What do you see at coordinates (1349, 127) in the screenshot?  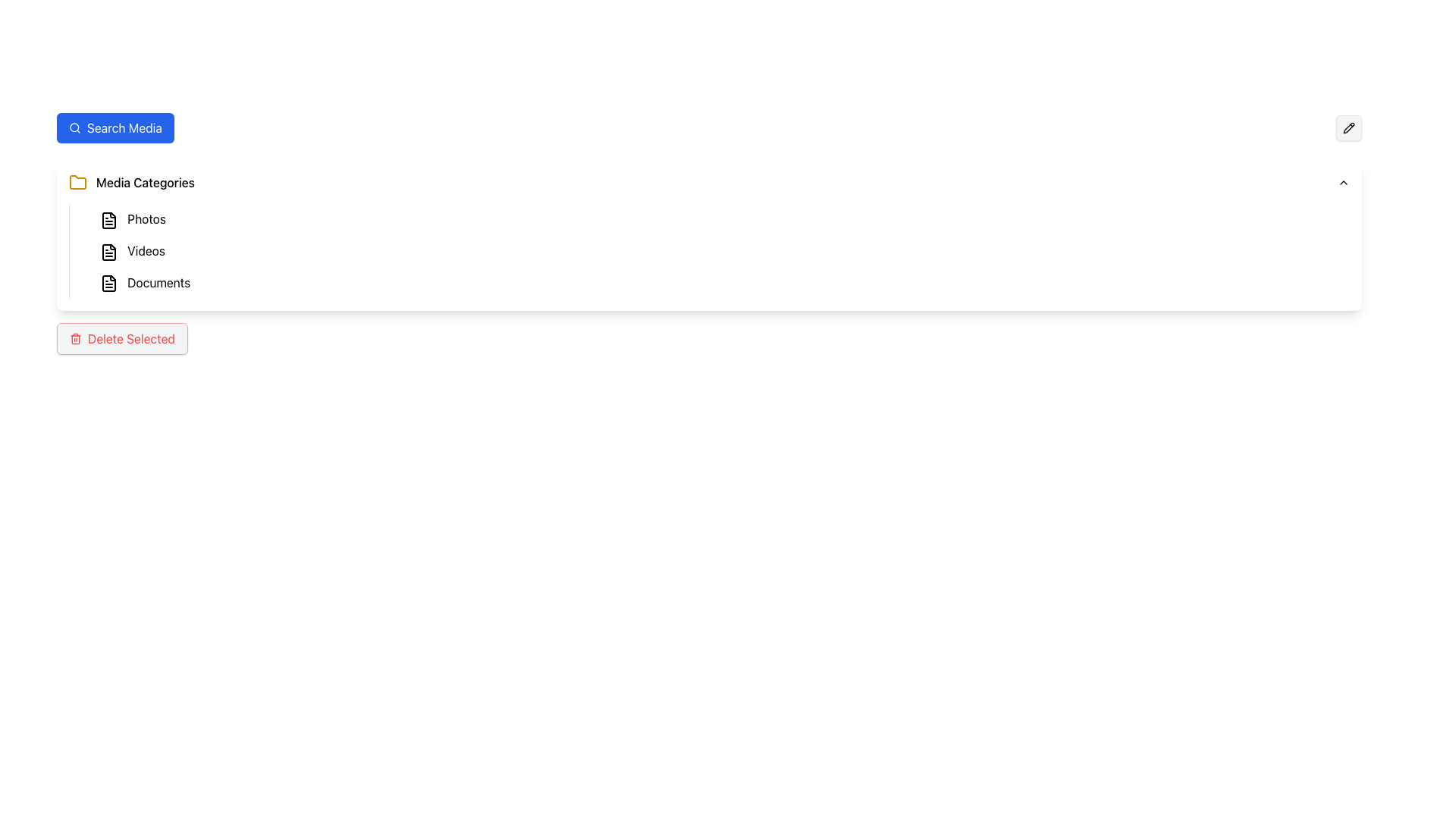 I see `the small rectangular button with a light gray background and a pencil-shaped icon located in the top-right corner of the interface` at bounding box center [1349, 127].